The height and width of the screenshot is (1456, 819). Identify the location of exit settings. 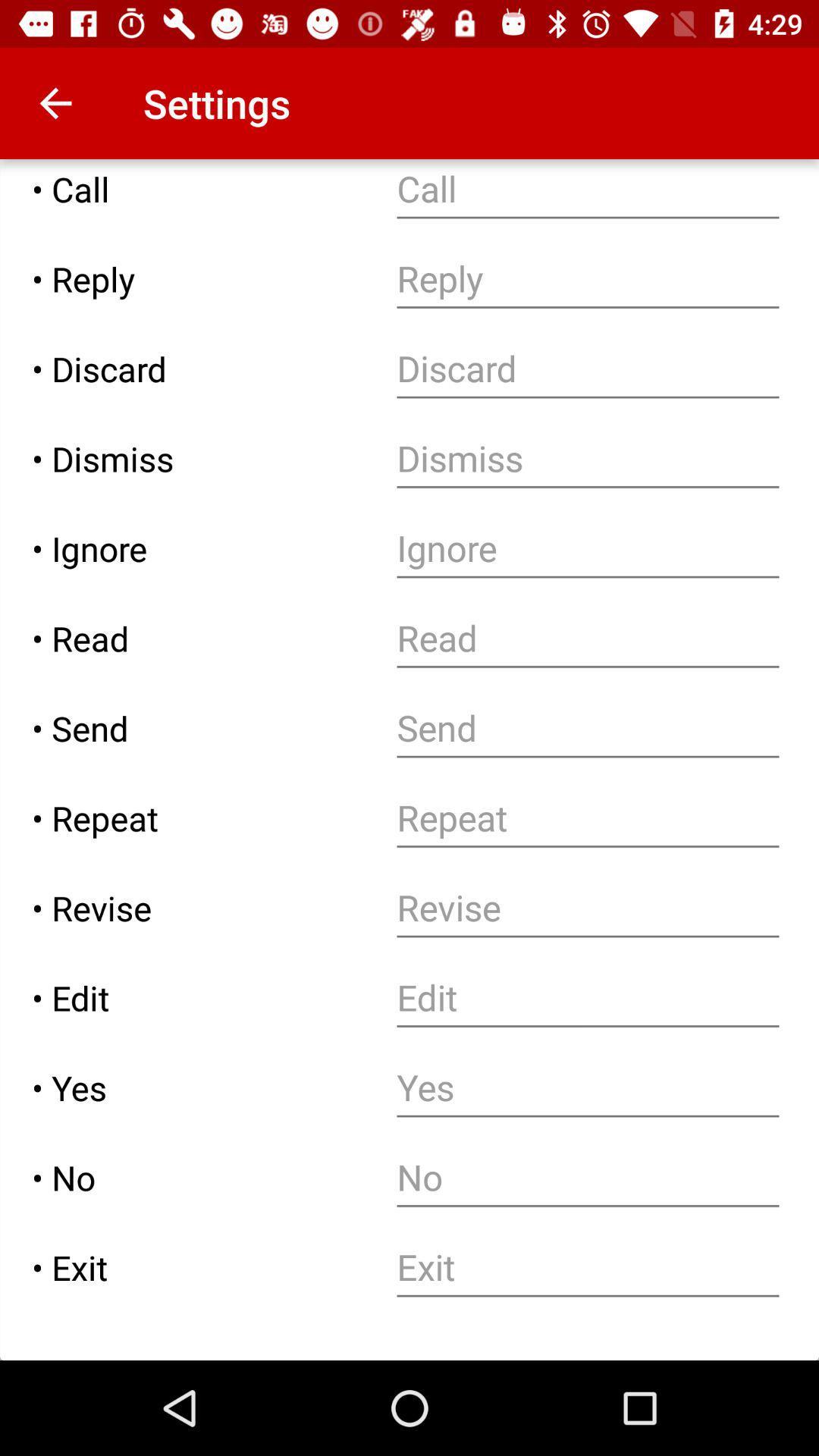
(587, 1267).